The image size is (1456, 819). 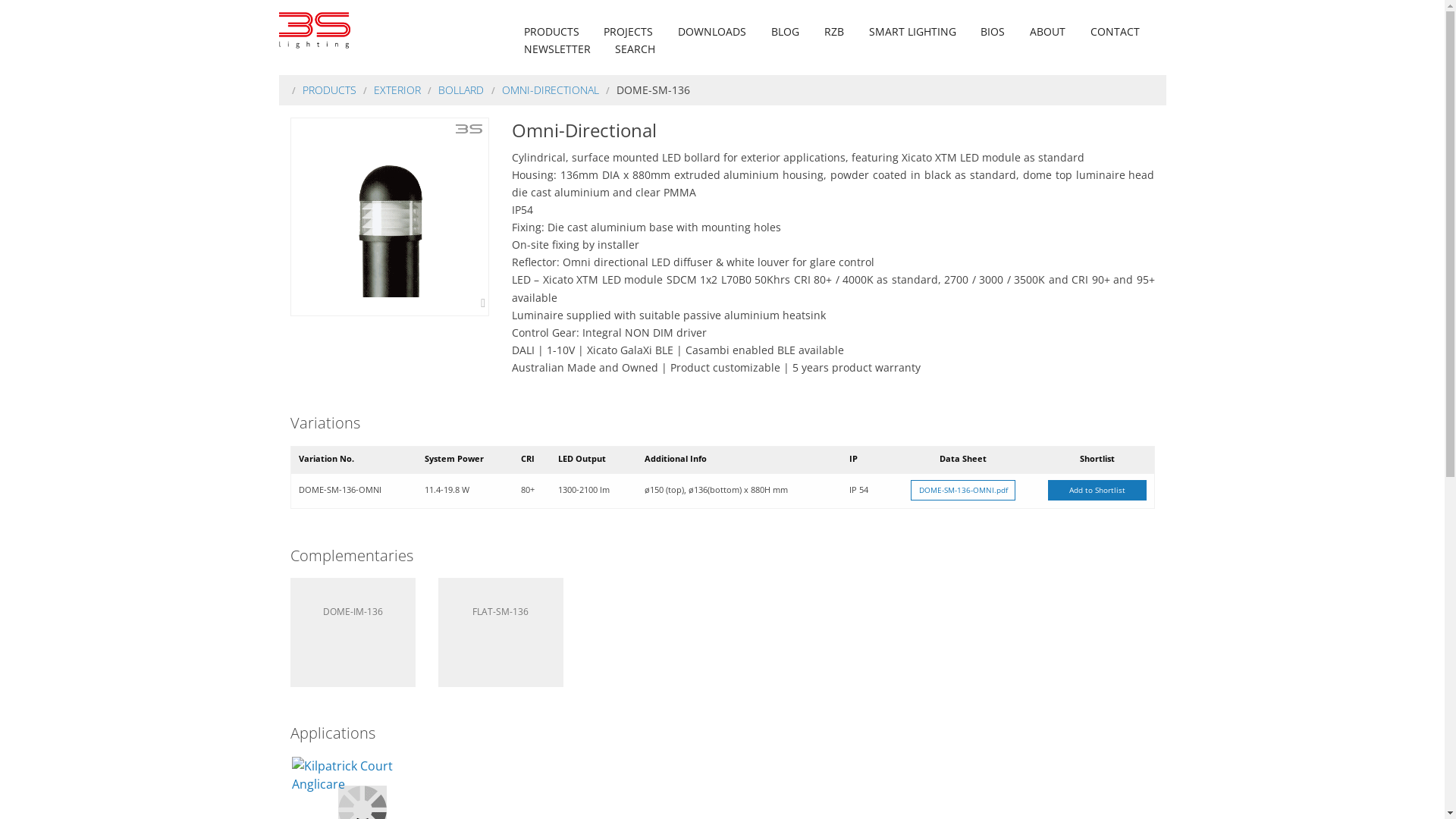 What do you see at coordinates (549, 89) in the screenshot?
I see `'OMNI-DIRECTIONAL'` at bounding box center [549, 89].